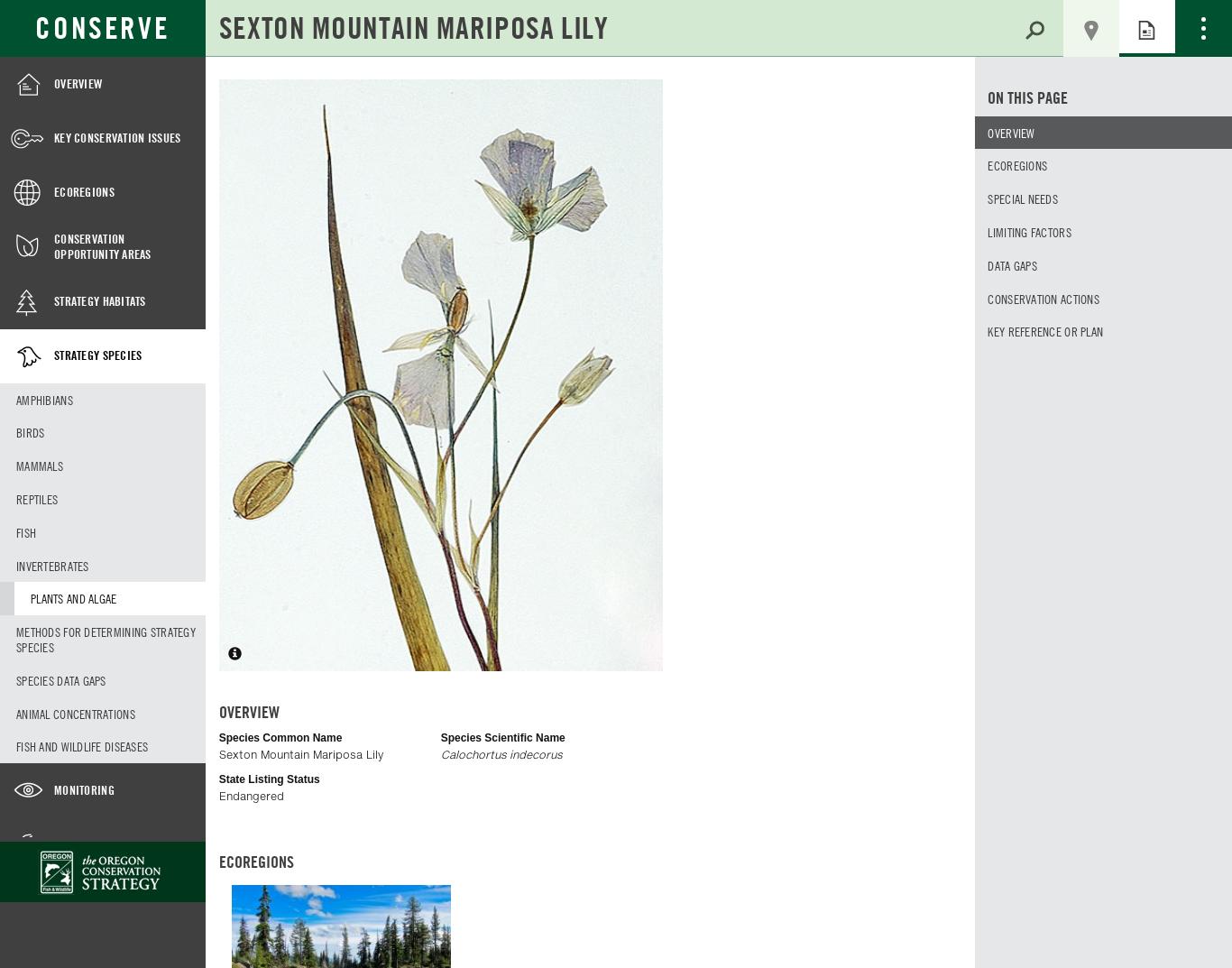 The width and height of the screenshot is (1232, 968). Describe the element at coordinates (502, 737) in the screenshot. I see `'Species Scientific Name'` at that location.